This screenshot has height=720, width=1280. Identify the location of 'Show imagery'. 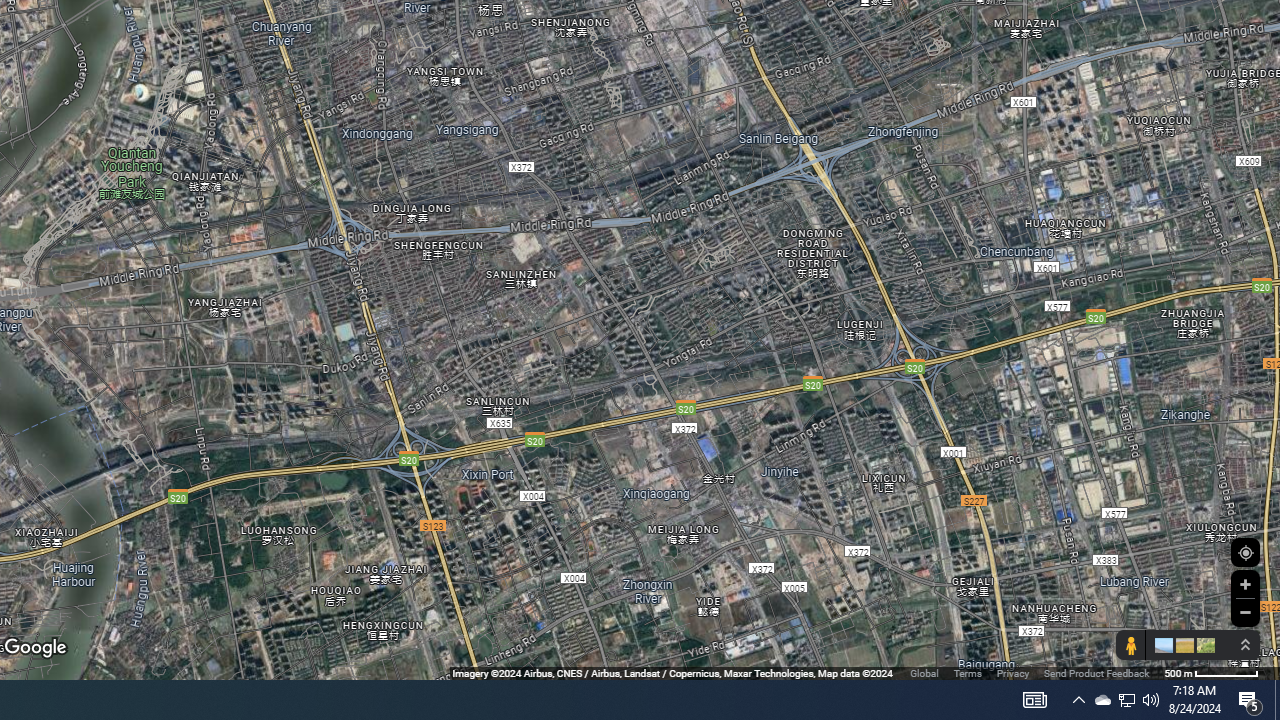
(1202, 645).